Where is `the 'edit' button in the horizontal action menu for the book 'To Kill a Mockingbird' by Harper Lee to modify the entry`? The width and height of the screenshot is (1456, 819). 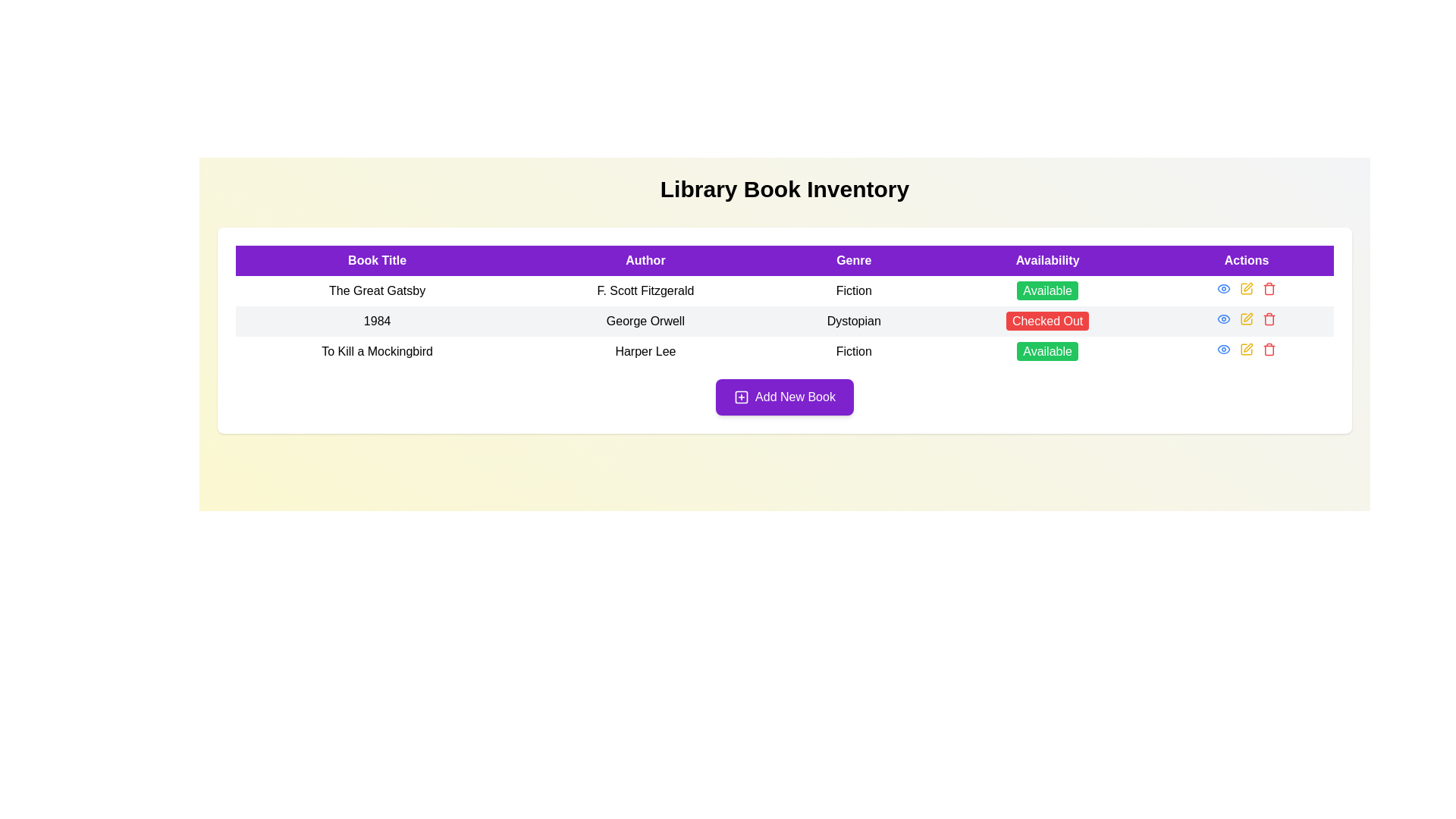 the 'edit' button in the horizontal action menu for the book 'To Kill a Mockingbird' by Harper Lee to modify the entry is located at coordinates (1246, 350).